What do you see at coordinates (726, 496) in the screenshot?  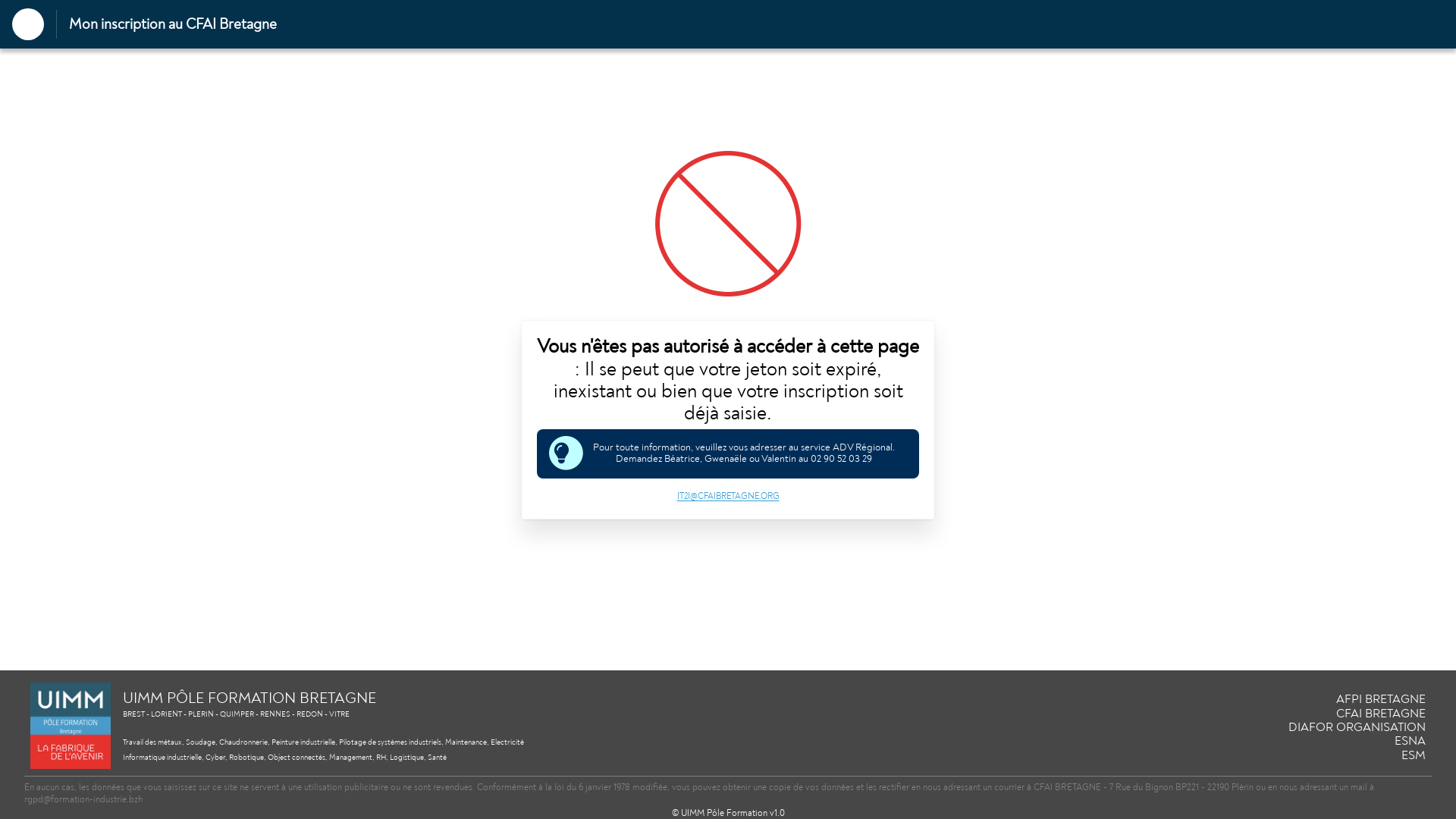 I see `'IT2I@CFAIBRETAGNE.ORG'` at bounding box center [726, 496].